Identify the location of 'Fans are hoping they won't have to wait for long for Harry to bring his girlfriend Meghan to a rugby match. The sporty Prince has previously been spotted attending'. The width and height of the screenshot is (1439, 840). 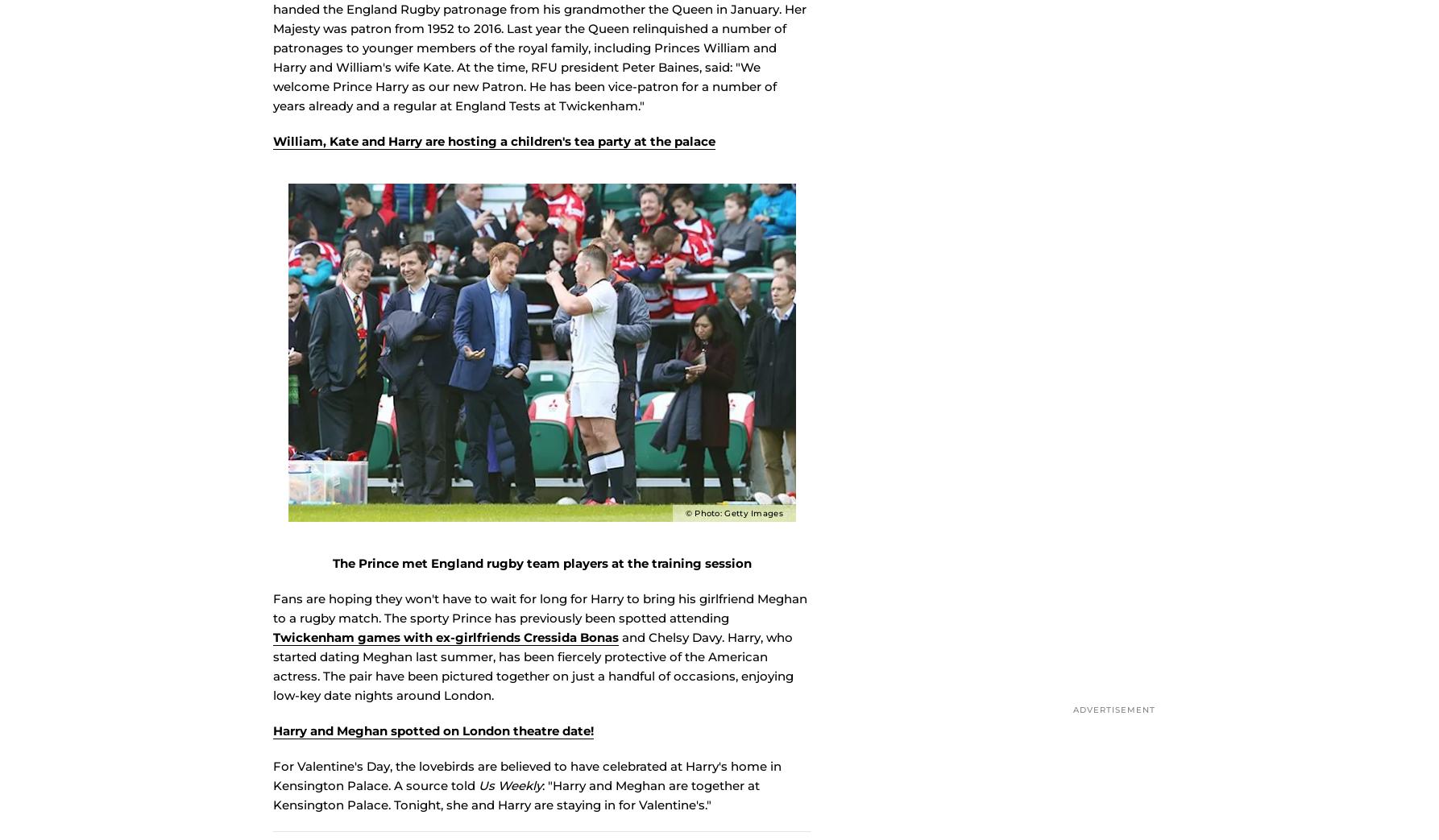
(540, 631).